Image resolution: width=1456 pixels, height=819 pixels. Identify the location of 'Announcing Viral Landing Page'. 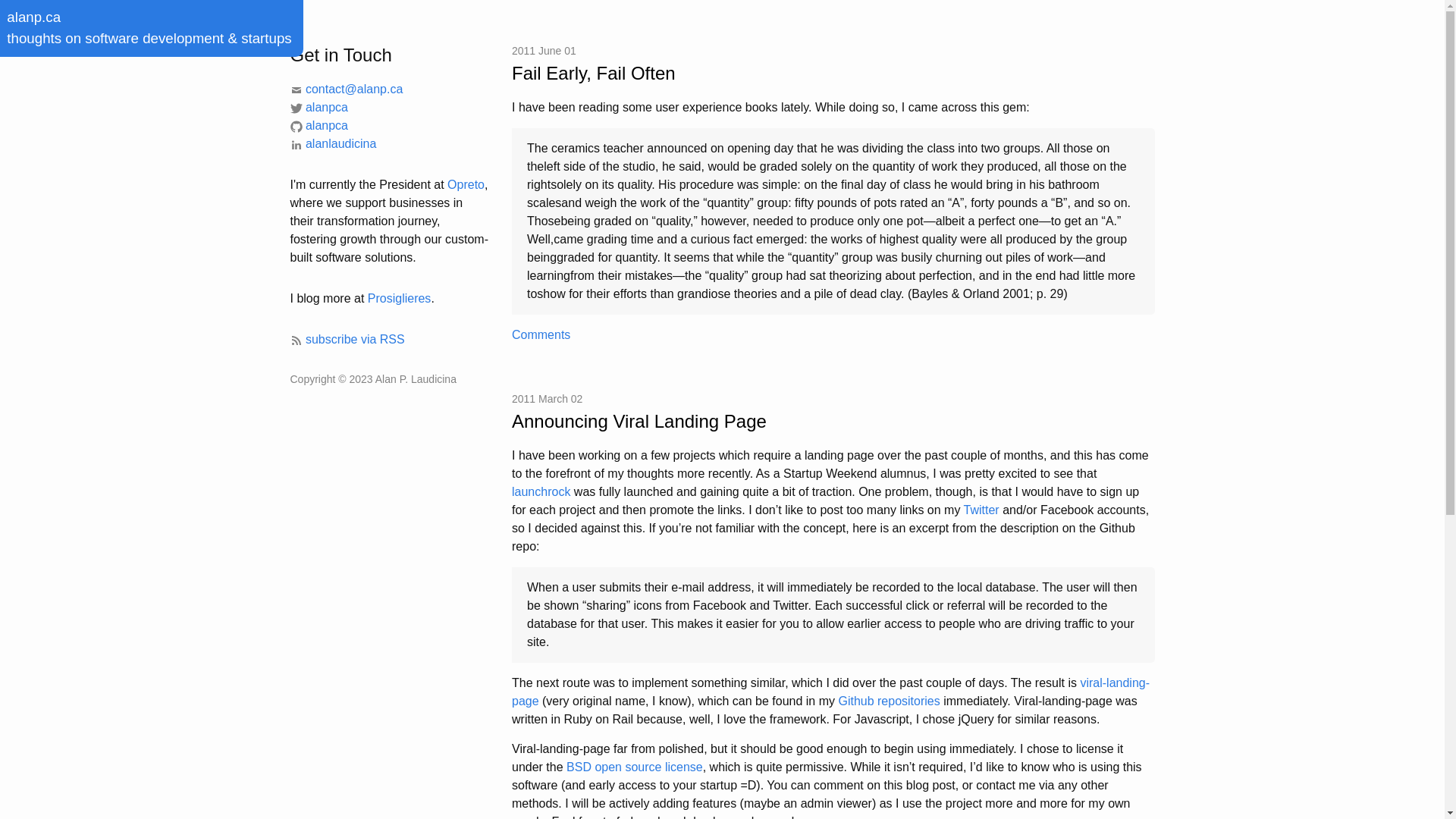
(833, 421).